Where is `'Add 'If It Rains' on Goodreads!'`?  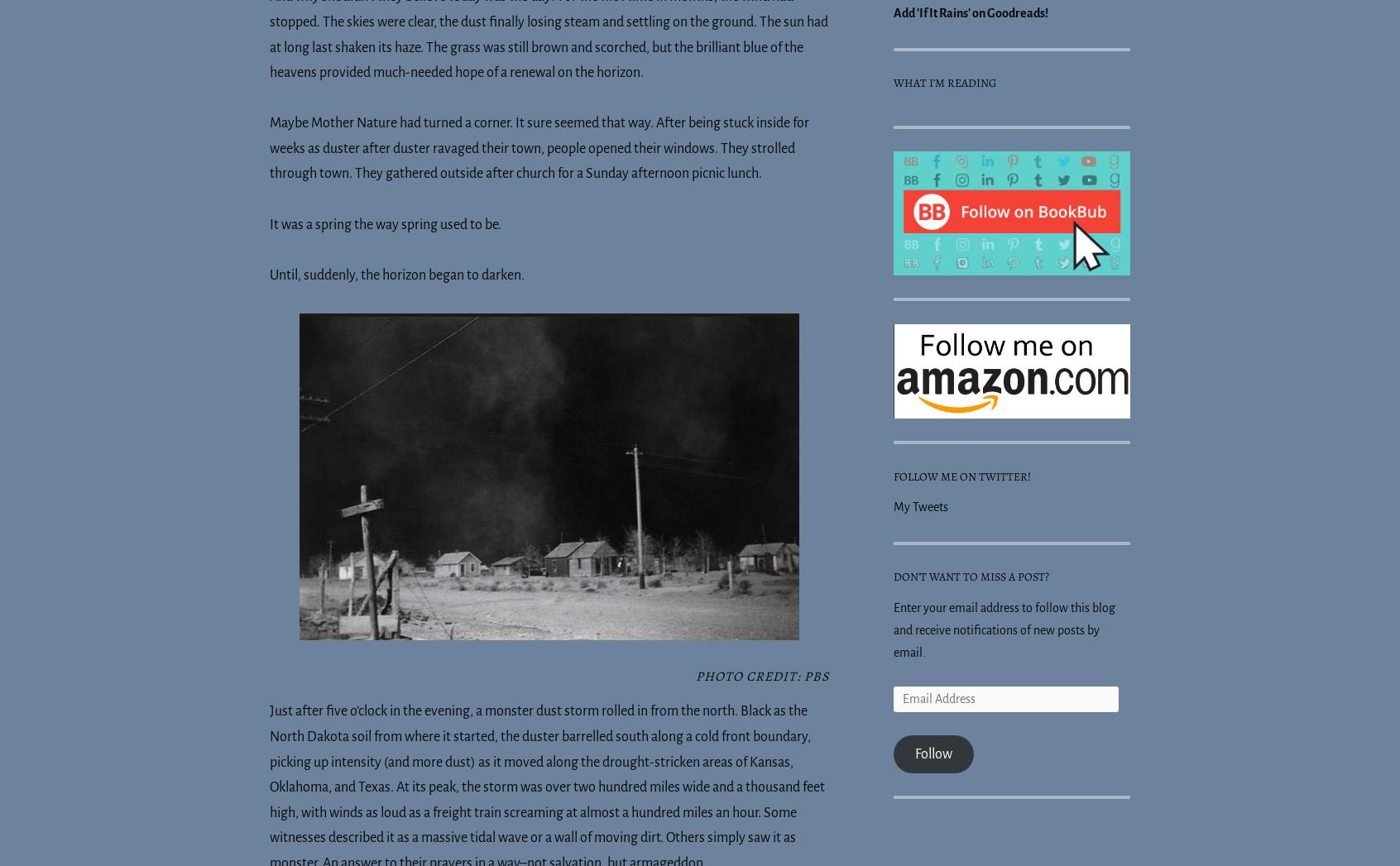
'Add 'If It Rains' on Goodreads!' is located at coordinates (970, 12).